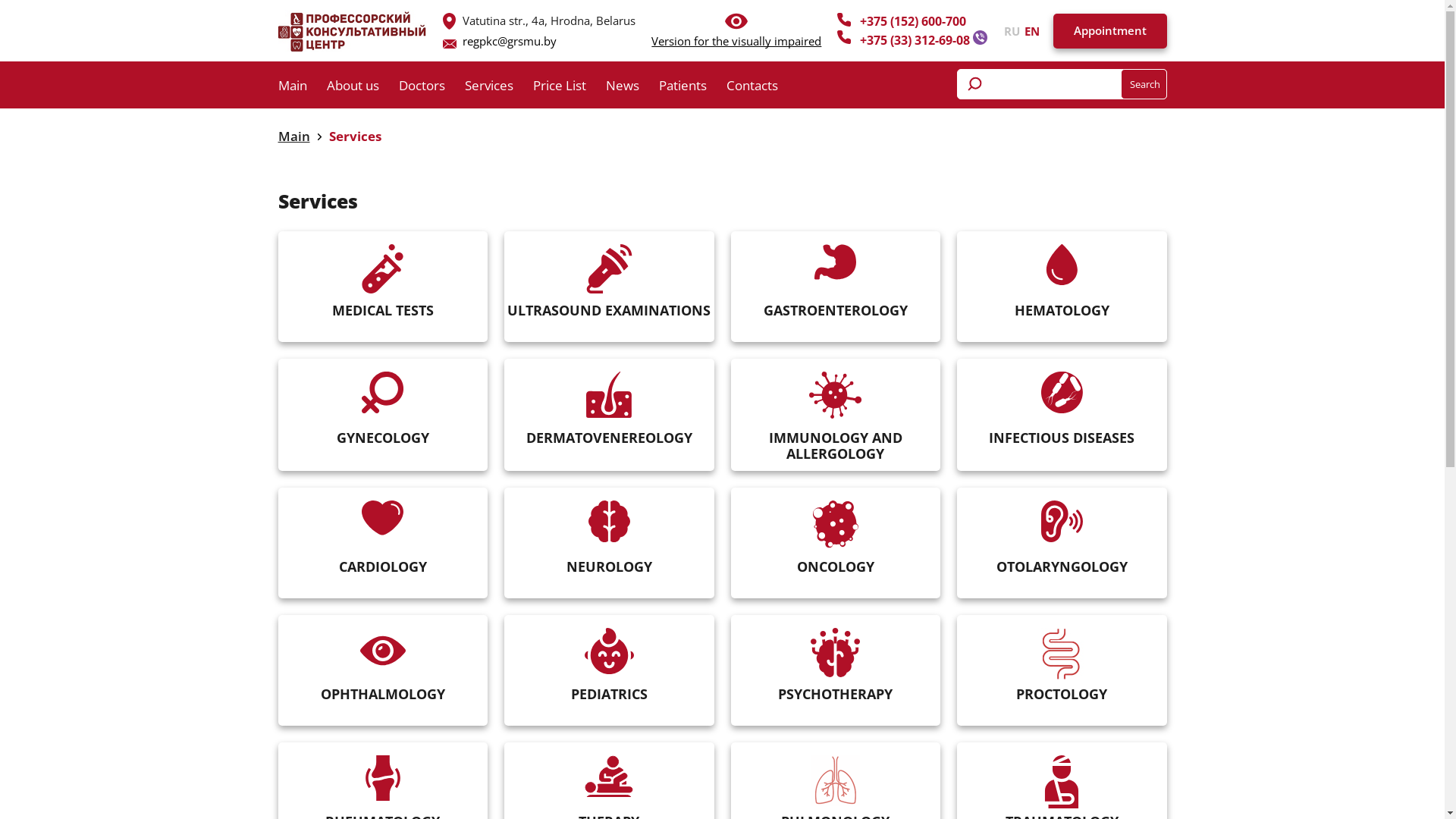  What do you see at coordinates (1061, 391) in the screenshot?
I see `'Infectious diseases'` at bounding box center [1061, 391].